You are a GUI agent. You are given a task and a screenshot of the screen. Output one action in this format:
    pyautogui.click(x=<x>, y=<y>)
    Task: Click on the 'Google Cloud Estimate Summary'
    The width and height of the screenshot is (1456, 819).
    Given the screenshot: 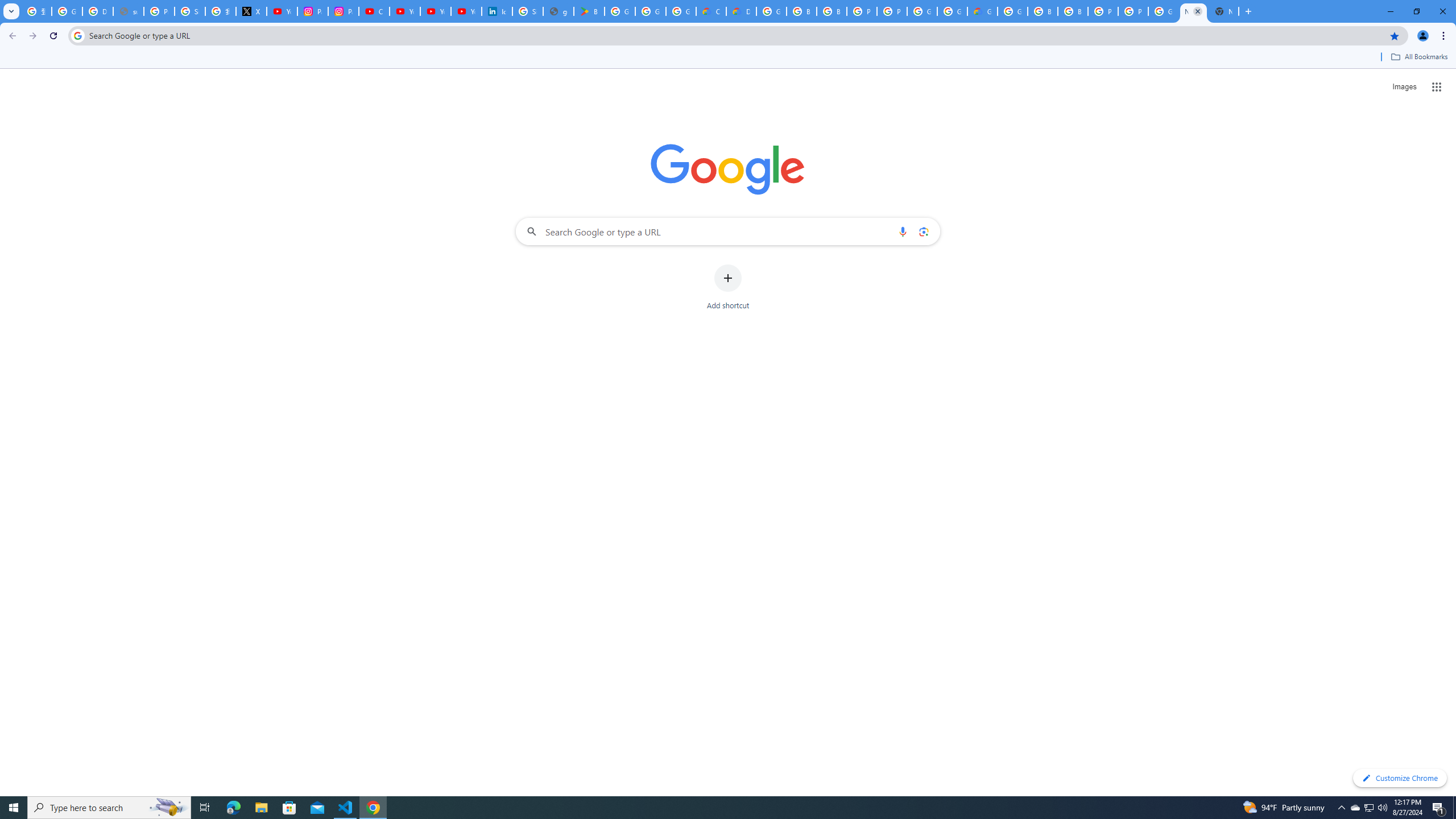 What is the action you would take?
    pyautogui.click(x=983, y=11)
    